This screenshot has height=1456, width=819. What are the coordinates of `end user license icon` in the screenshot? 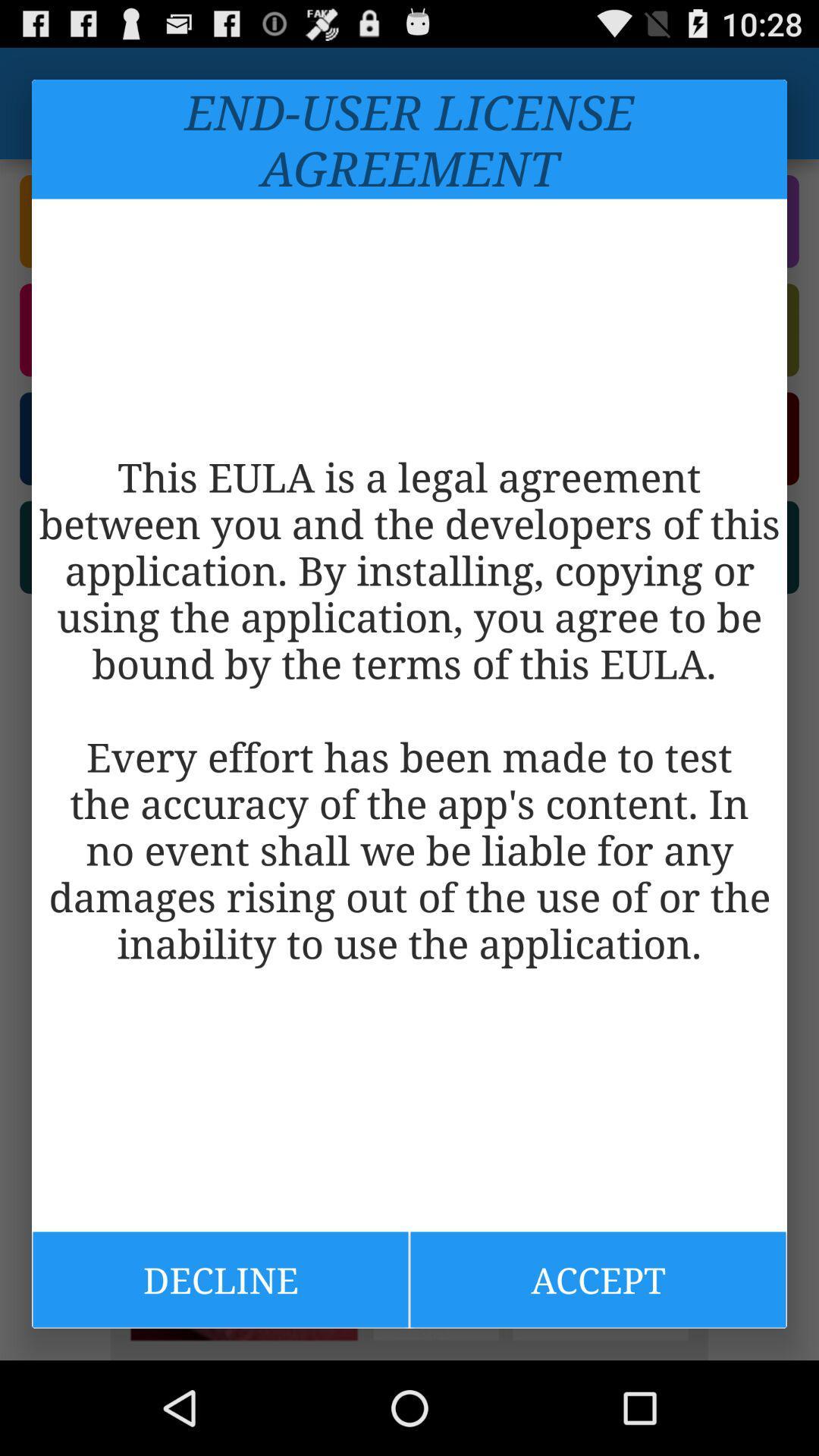 It's located at (409, 139).